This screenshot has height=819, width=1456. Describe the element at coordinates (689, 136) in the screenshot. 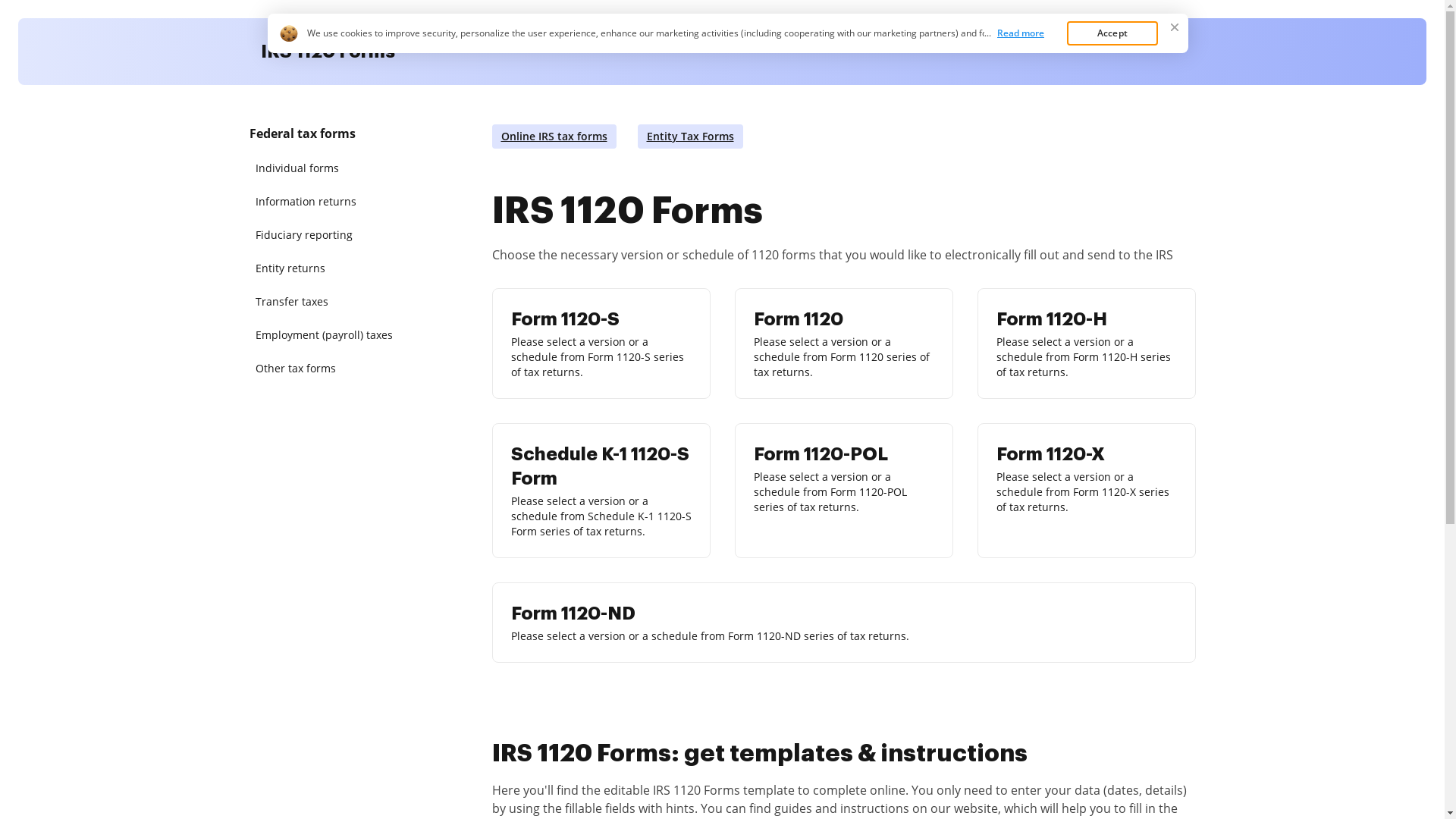

I see `'Entity Tax Forms'` at that location.